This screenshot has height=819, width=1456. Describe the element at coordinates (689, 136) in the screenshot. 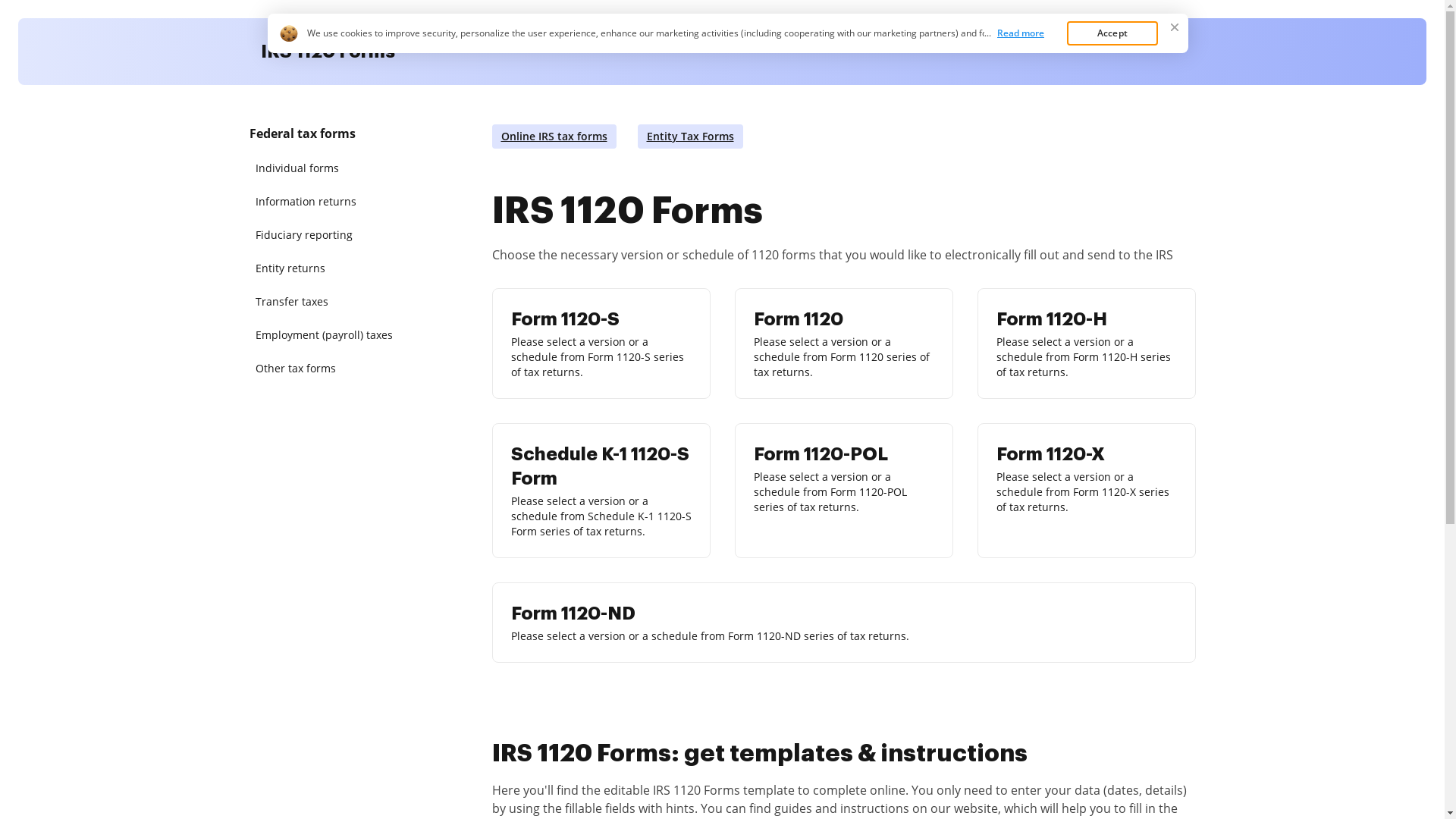

I see `'Entity Tax Forms'` at that location.